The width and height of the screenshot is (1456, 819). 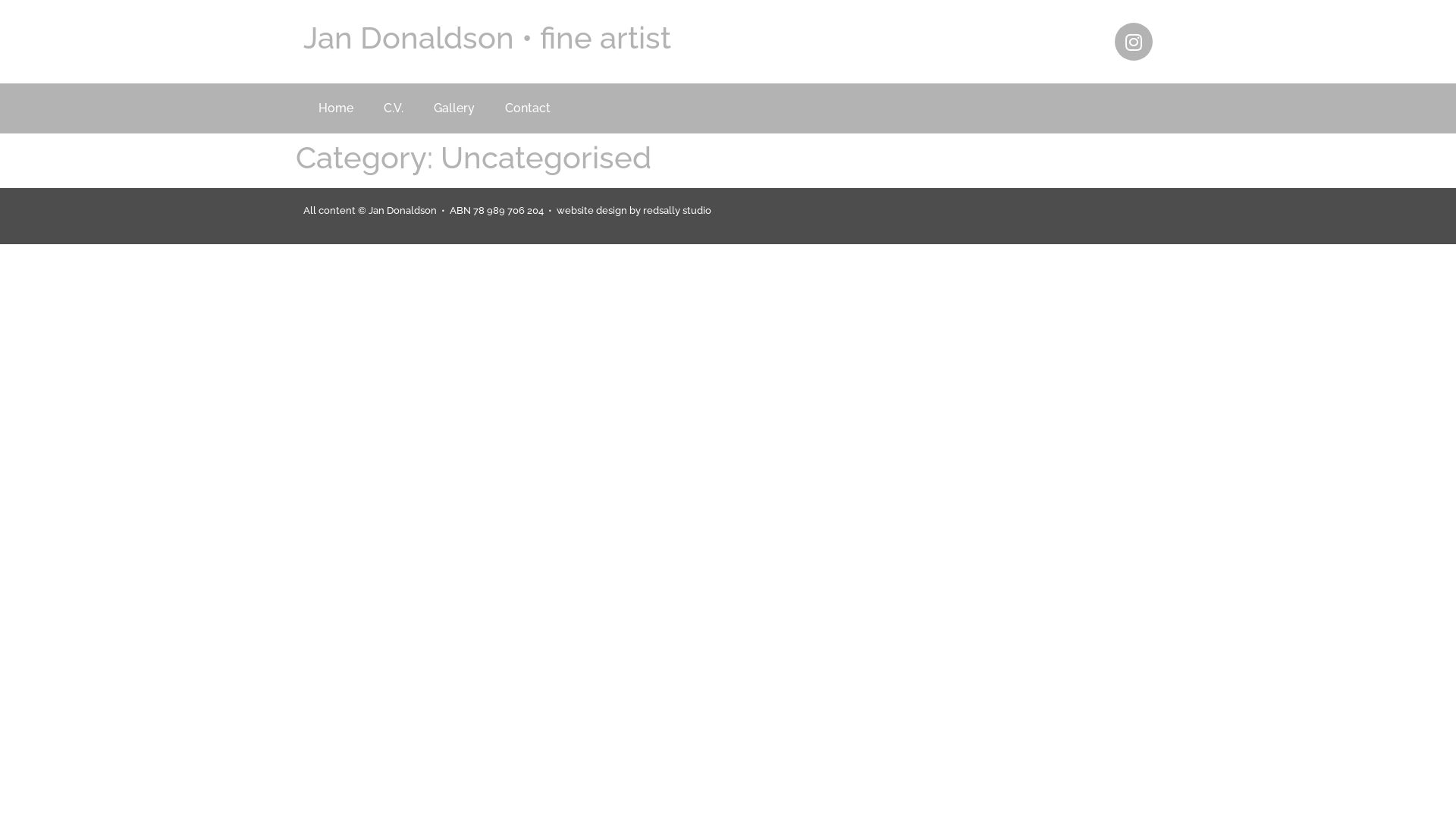 What do you see at coordinates (528, 107) in the screenshot?
I see `'Contact'` at bounding box center [528, 107].